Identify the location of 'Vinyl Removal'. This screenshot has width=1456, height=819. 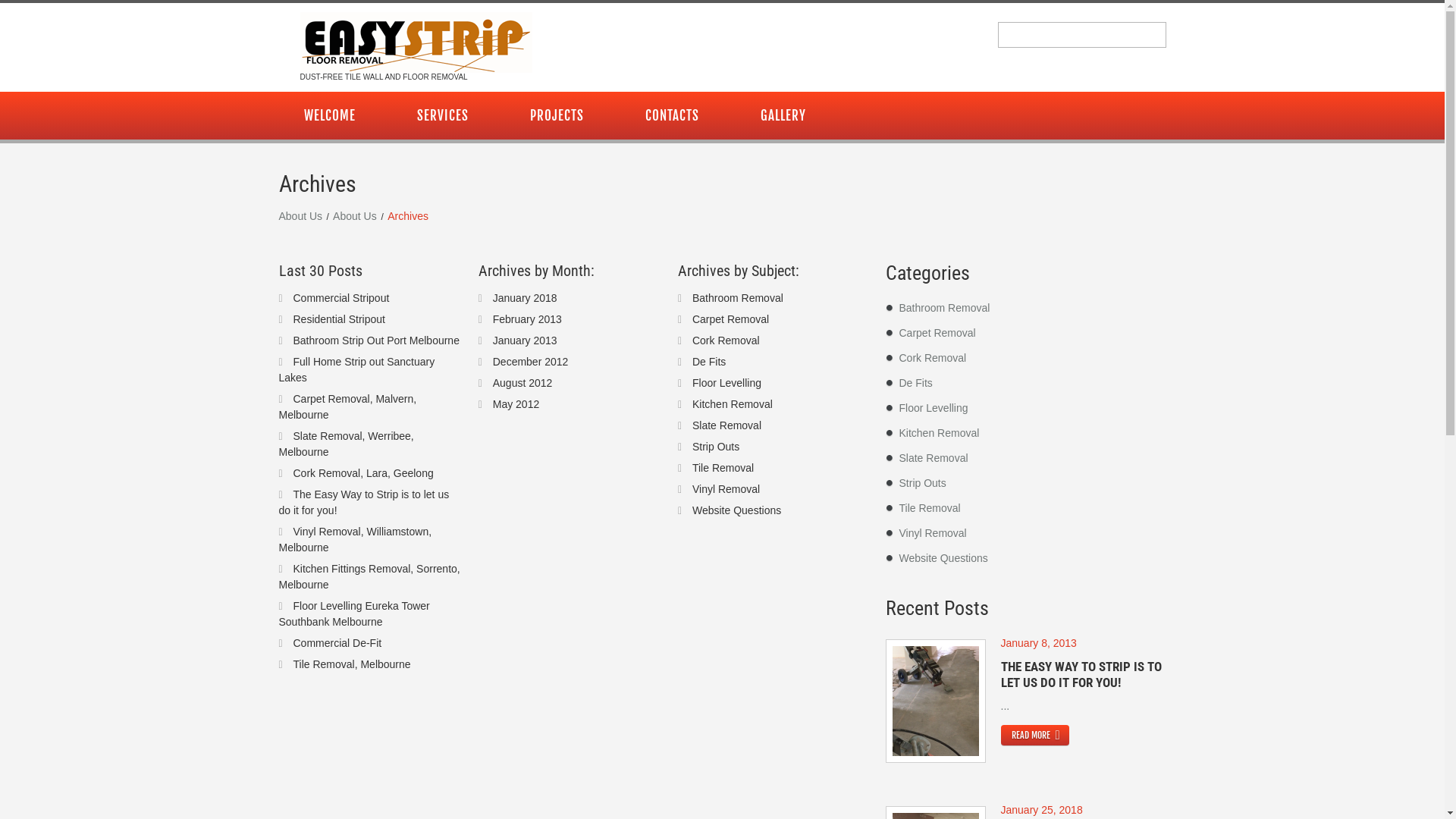
(725, 488).